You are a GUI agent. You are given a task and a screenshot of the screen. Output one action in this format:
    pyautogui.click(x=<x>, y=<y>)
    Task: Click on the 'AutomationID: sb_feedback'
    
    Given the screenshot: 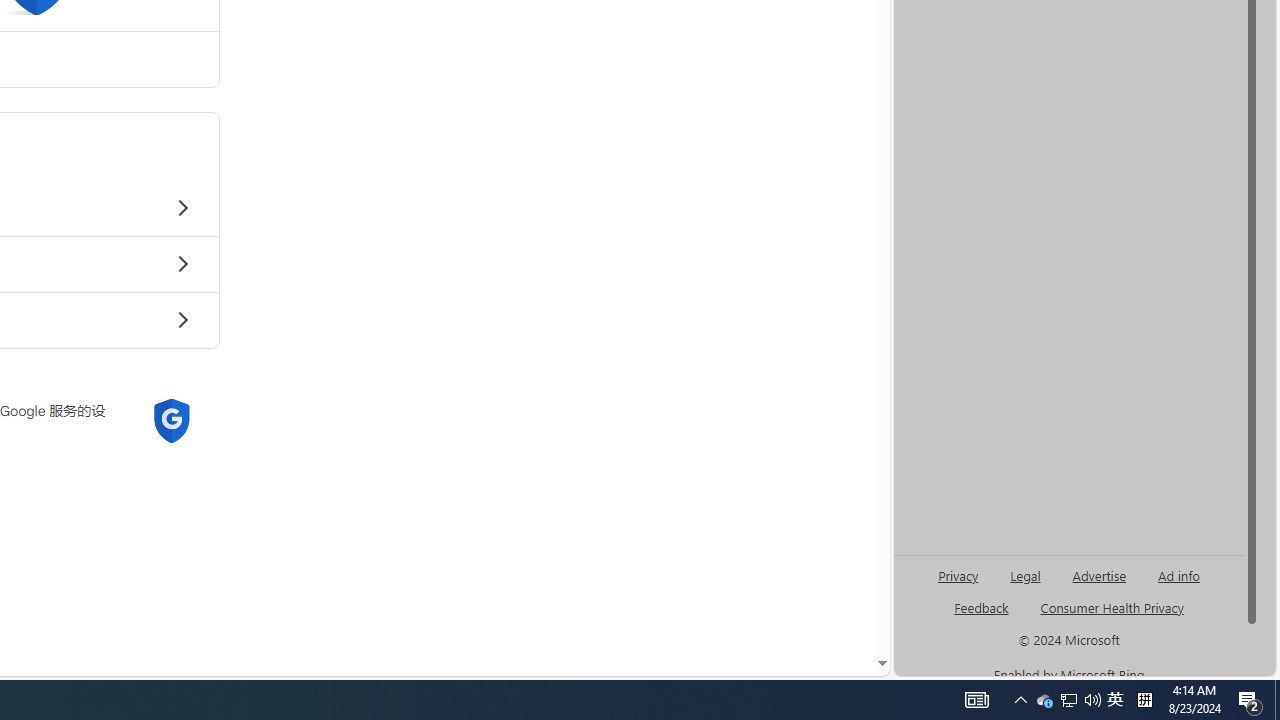 What is the action you would take?
    pyautogui.click(x=981, y=606)
    